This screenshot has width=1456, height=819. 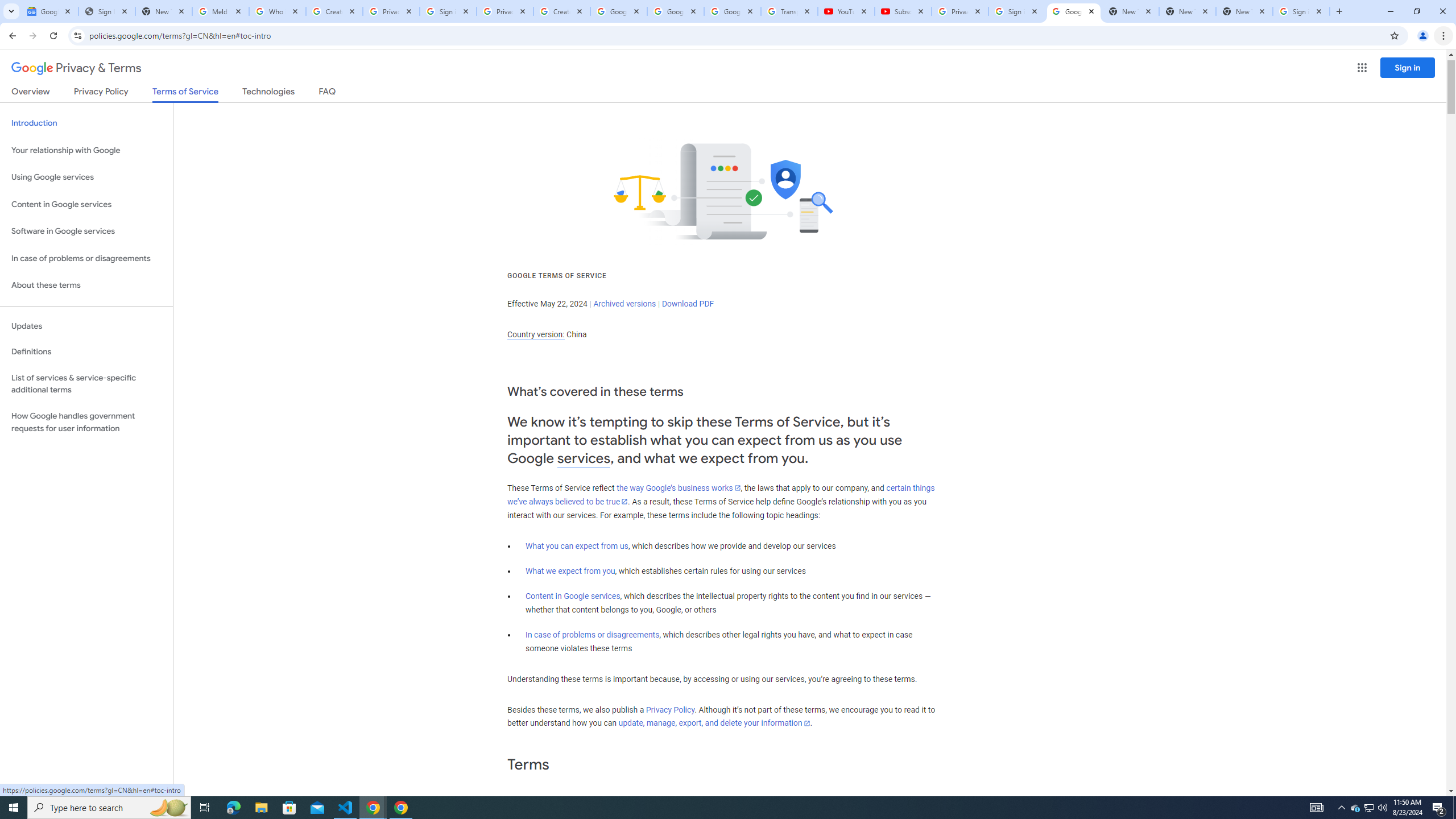 What do you see at coordinates (86, 422) in the screenshot?
I see `'How Google handles government requests for user information'` at bounding box center [86, 422].